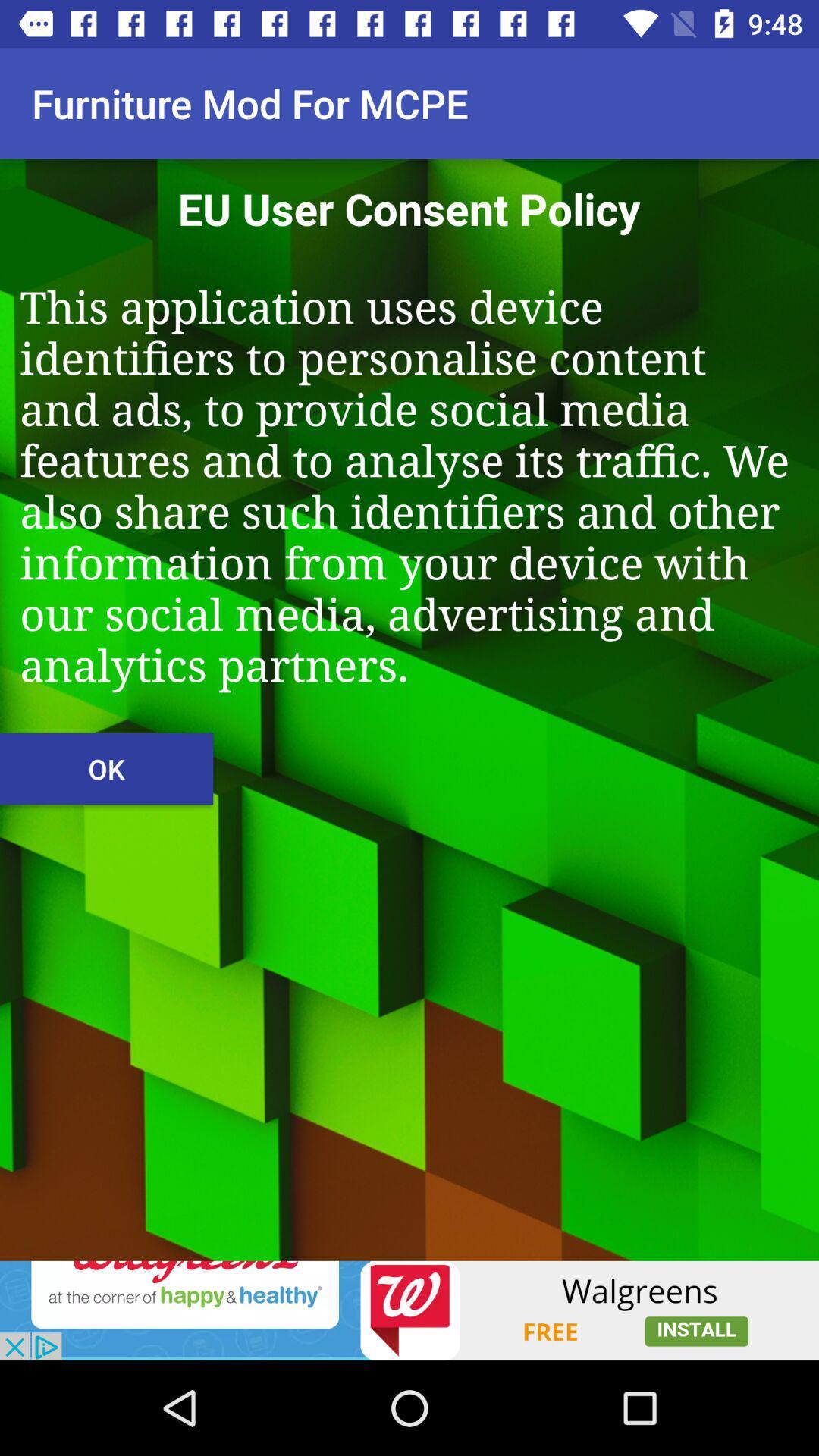  What do you see at coordinates (409, 1310) in the screenshot?
I see `open advertisement` at bounding box center [409, 1310].